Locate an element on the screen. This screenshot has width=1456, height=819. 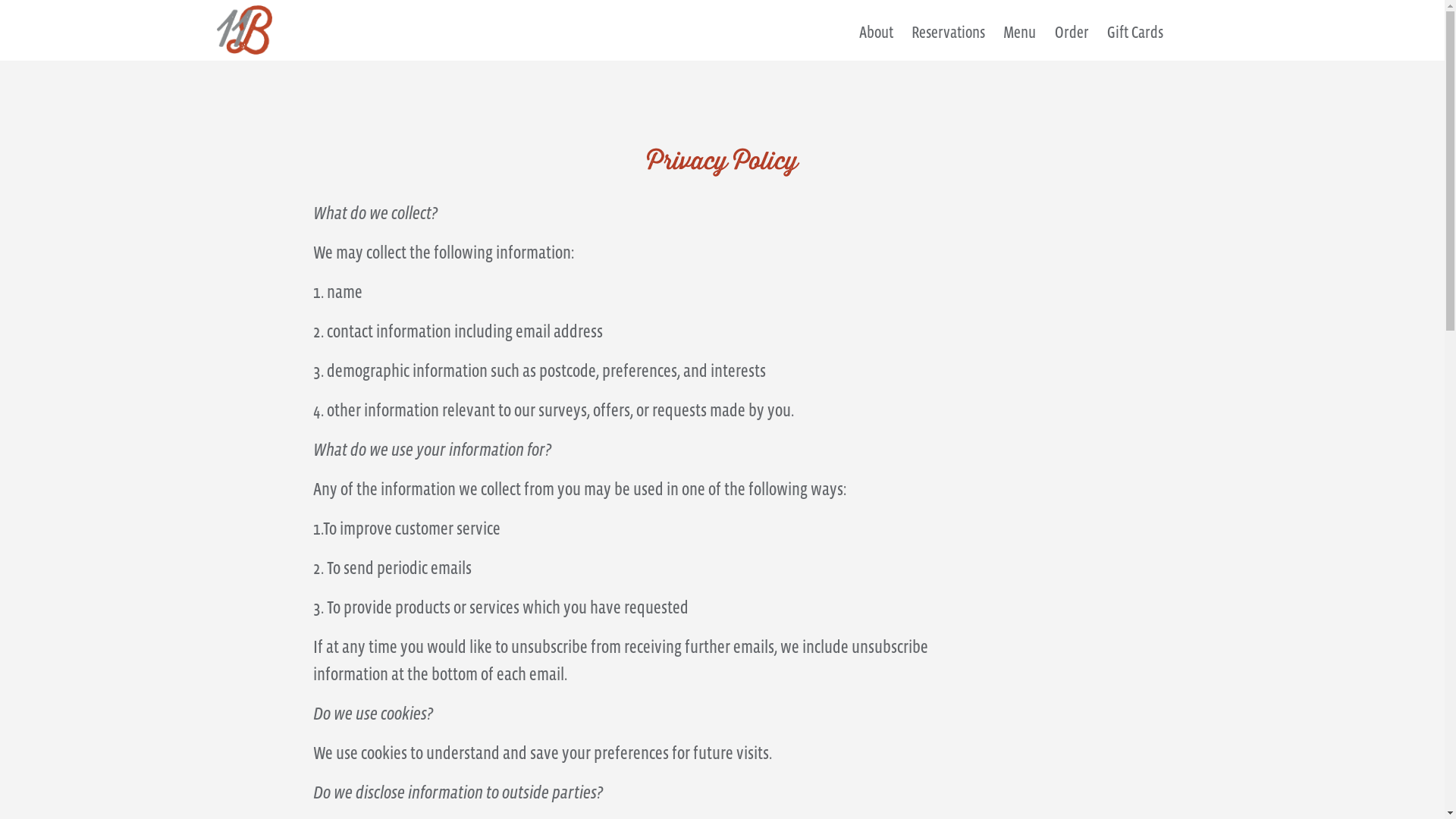
'Reservations' is located at coordinates (947, 39).